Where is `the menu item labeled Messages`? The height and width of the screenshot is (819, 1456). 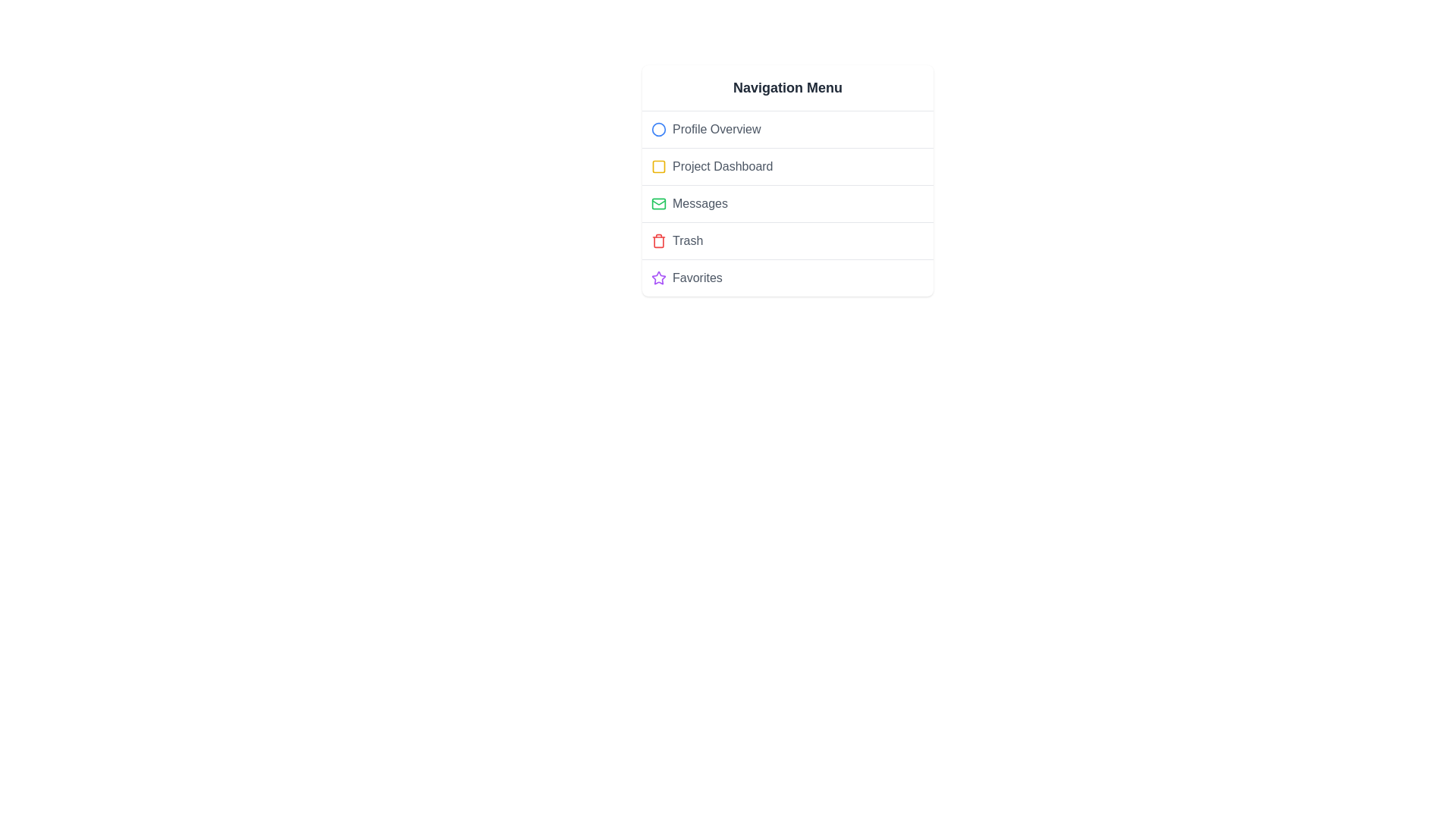 the menu item labeled Messages is located at coordinates (787, 202).